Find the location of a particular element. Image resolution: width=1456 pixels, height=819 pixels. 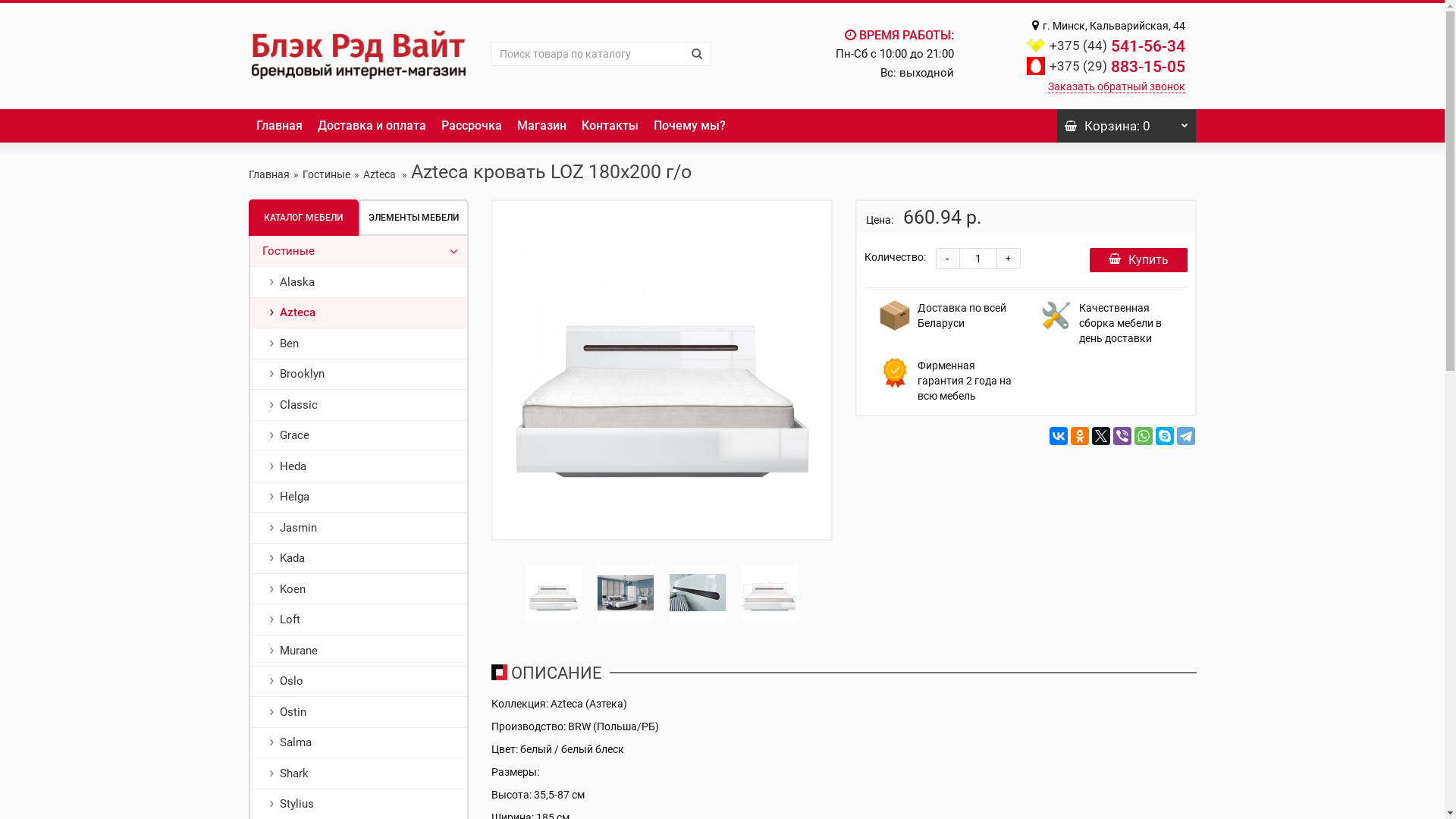

'Salma' is located at coordinates (358, 742).